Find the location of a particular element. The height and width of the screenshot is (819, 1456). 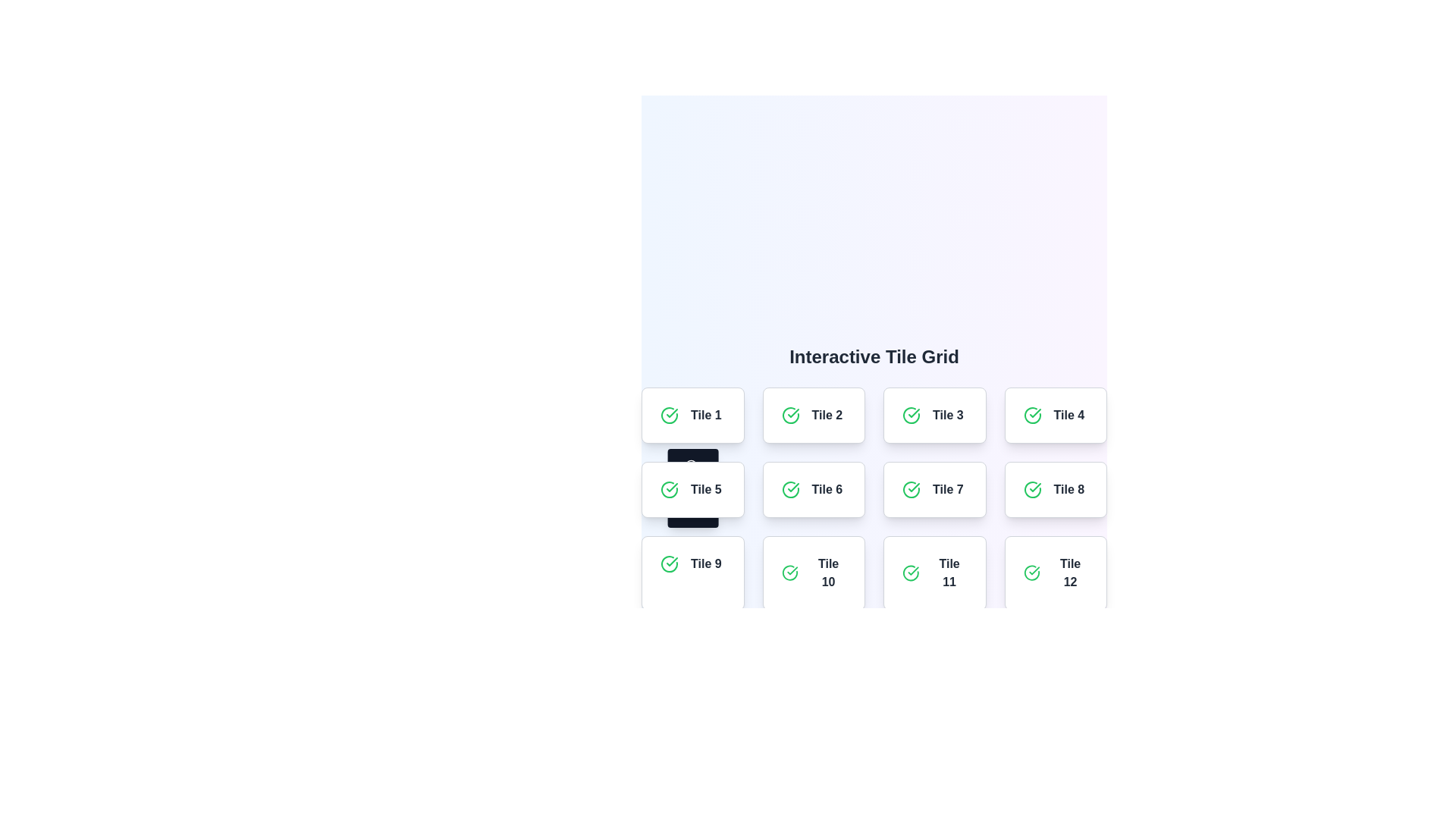

text label located in the fourth row, second column of a 4x3 grid layout, right-aligned to an icon on its left is located at coordinates (827, 573).